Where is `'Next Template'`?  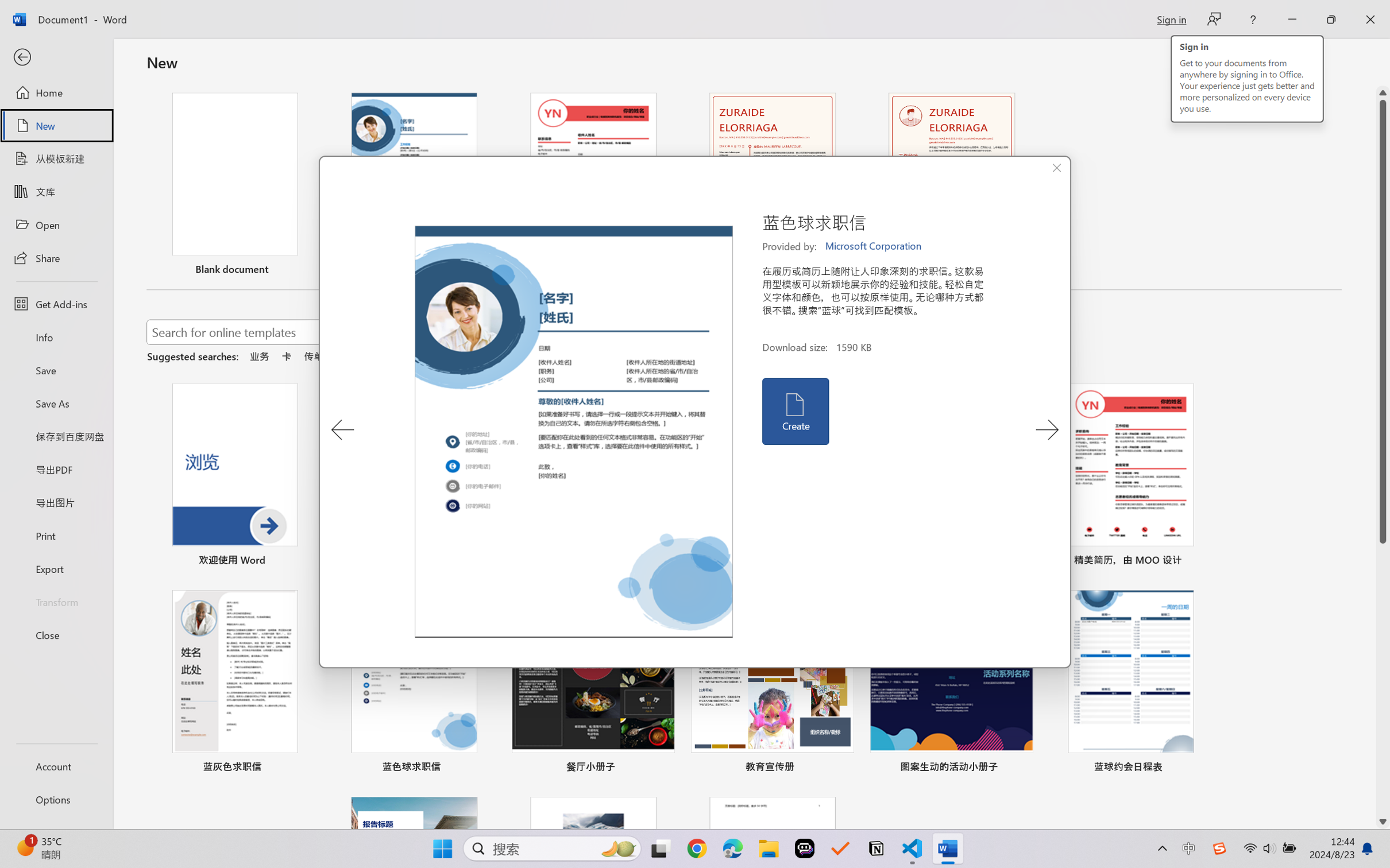
'Next Template' is located at coordinates (1047, 429).